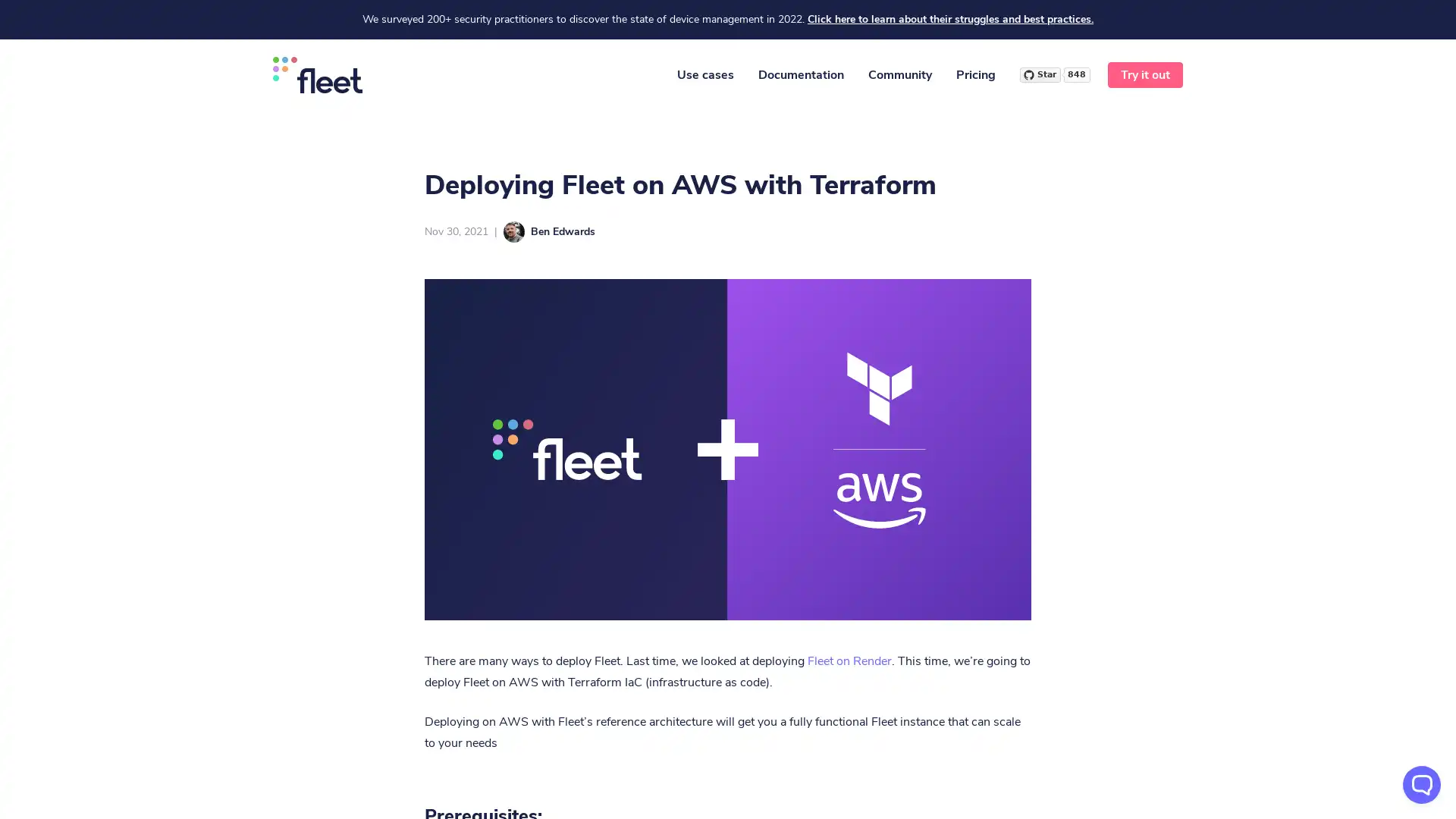 The image size is (1456, 819). Describe the element at coordinates (1421, 784) in the screenshot. I see `Open chat widget` at that location.